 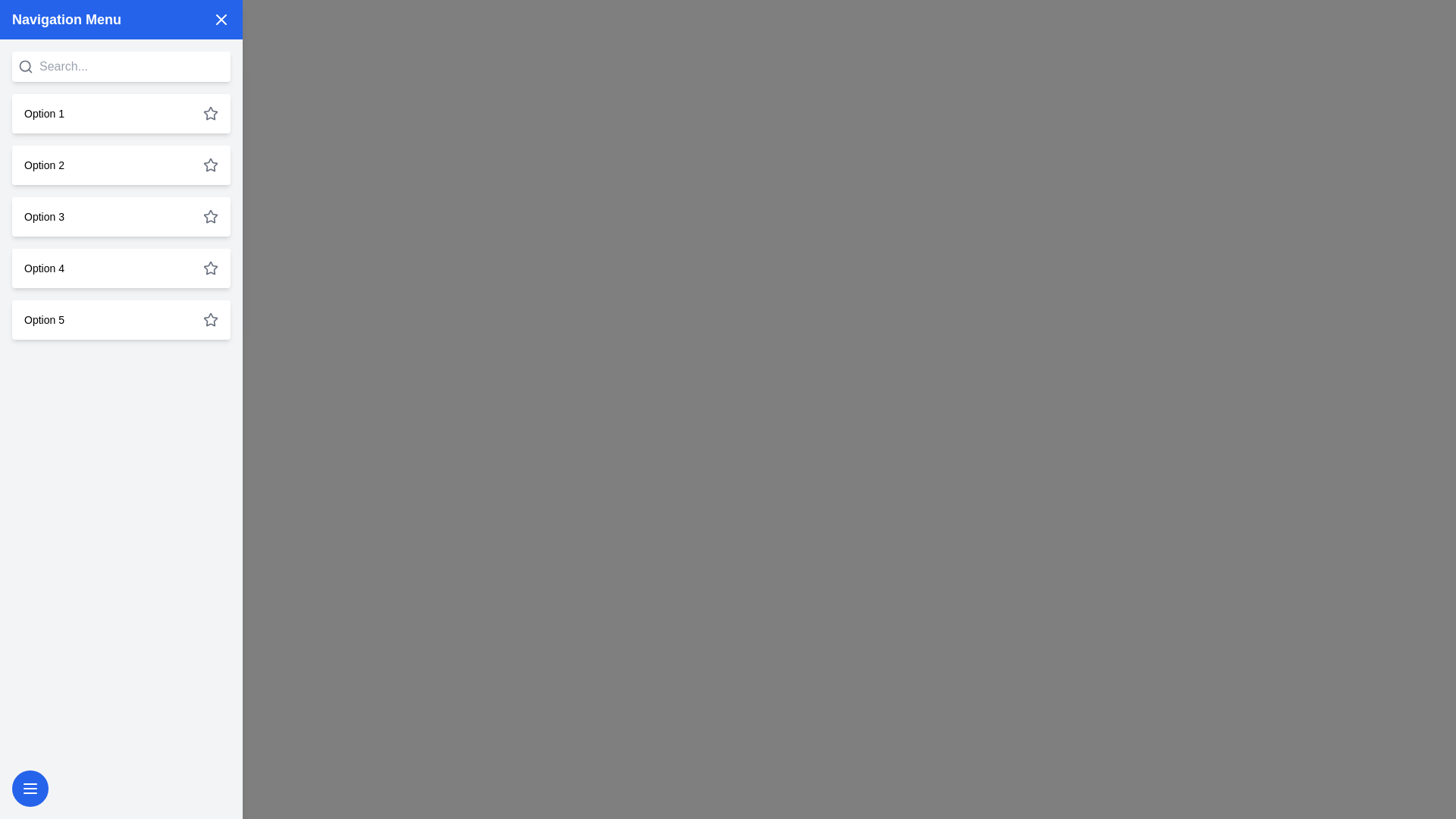 What do you see at coordinates (210, 165) in the screenshot?
I see `the star icon in the second item of the vertical list` at bounding box center [210, 165].